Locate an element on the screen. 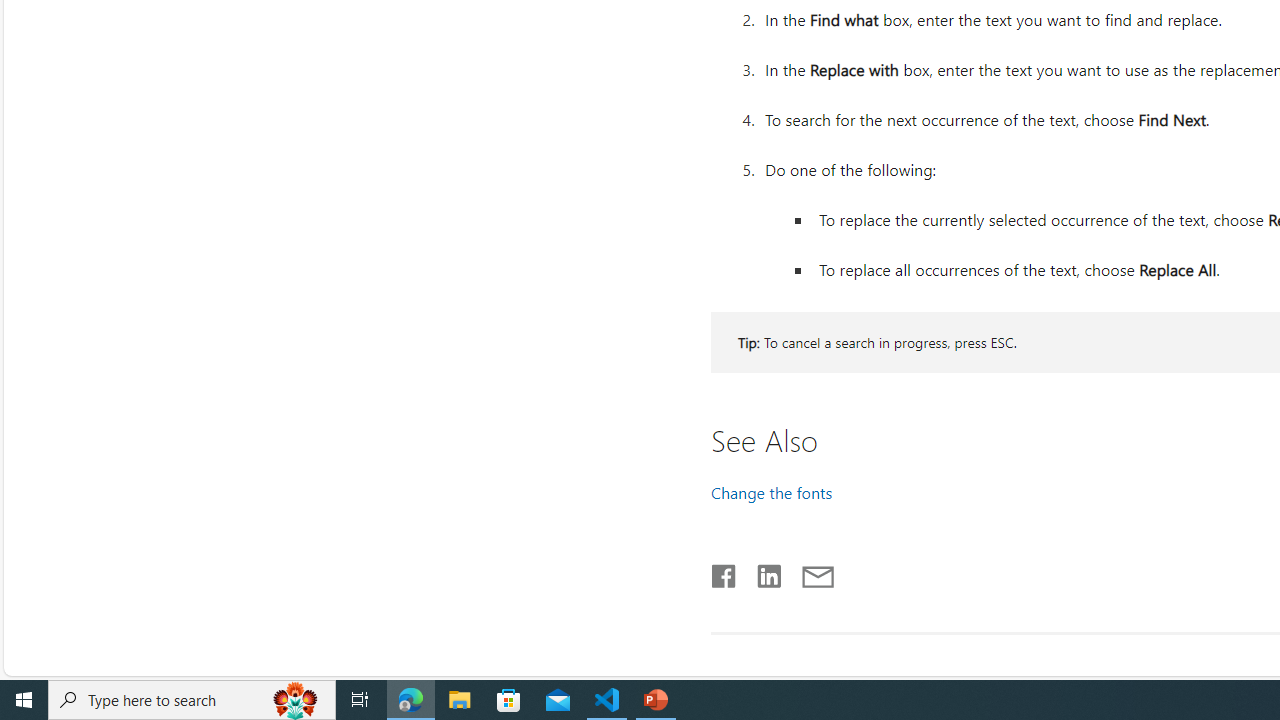 Image resolution: width=1280 pixels, height=720 pixels. 'Email' is located at coordinates (817, 572).